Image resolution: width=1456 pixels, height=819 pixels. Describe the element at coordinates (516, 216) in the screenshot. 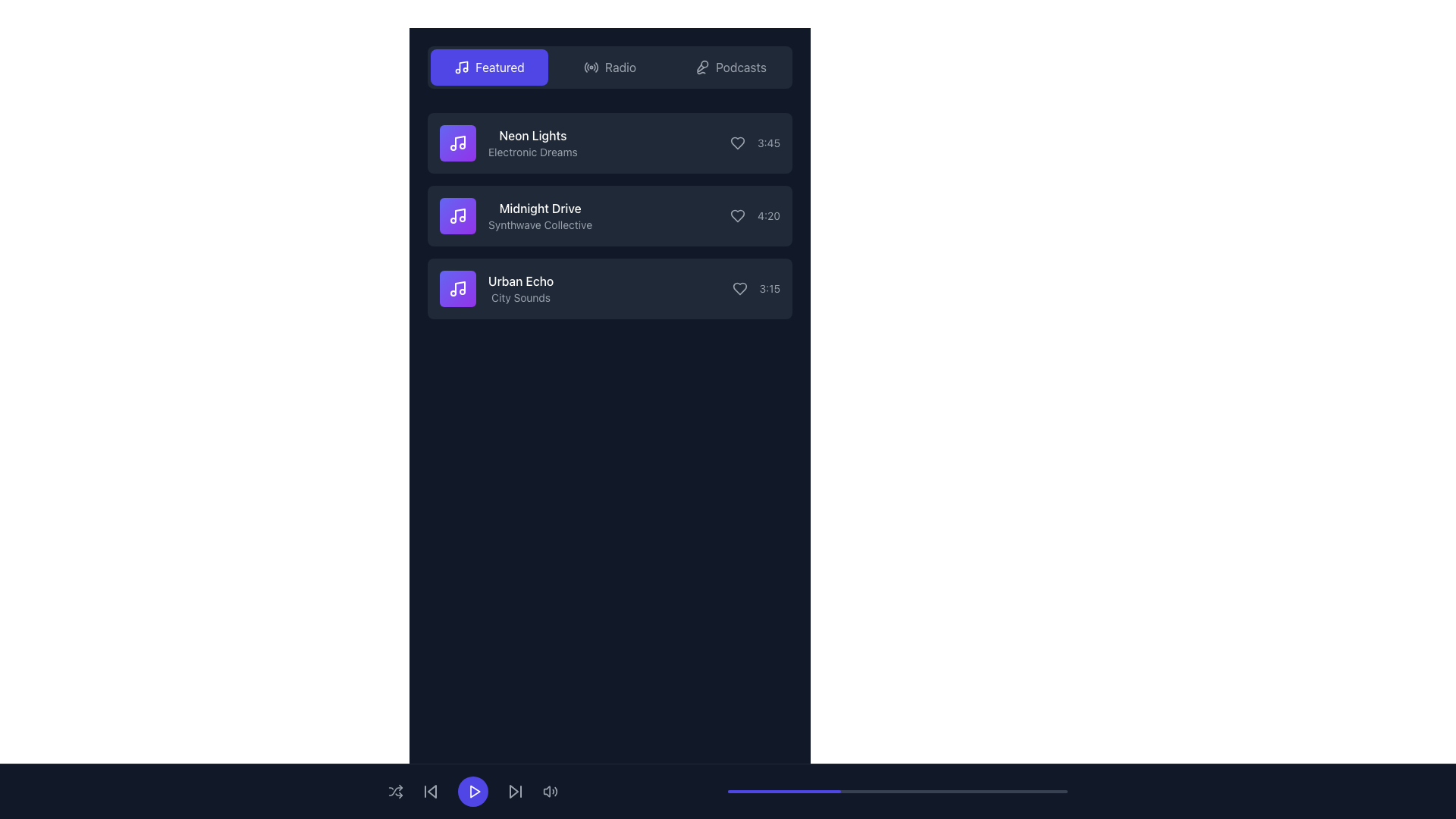

I see `the music track list item titled 'Midnight Drive' by 'Synthwave Collective'` at that location.